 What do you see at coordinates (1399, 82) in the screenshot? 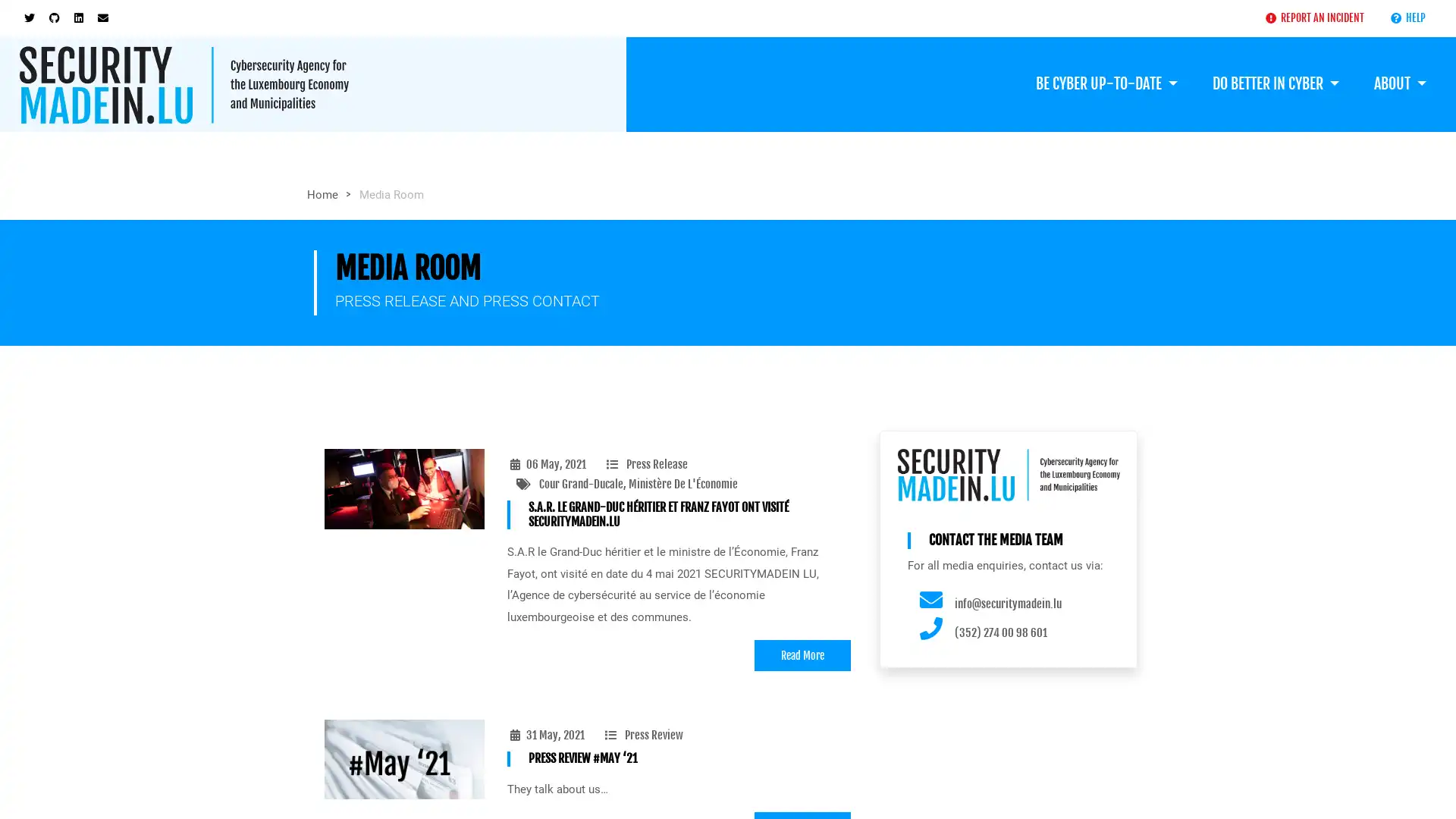
I see `ABOUT` at bounding box center [1399, 82].